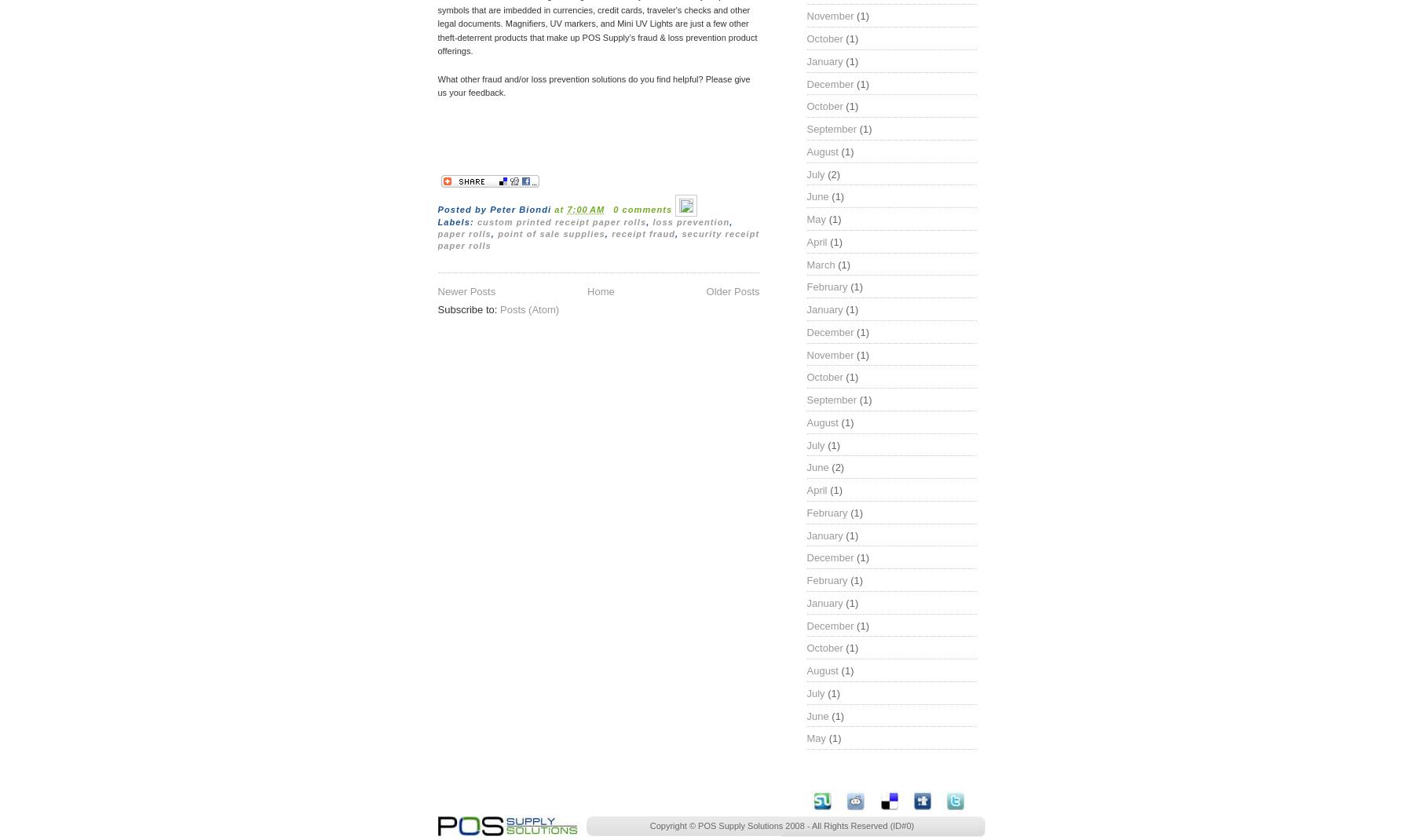 This screenshot has height=840, width=1422. I want to click on 'receipt fraud', so click(643, 233).